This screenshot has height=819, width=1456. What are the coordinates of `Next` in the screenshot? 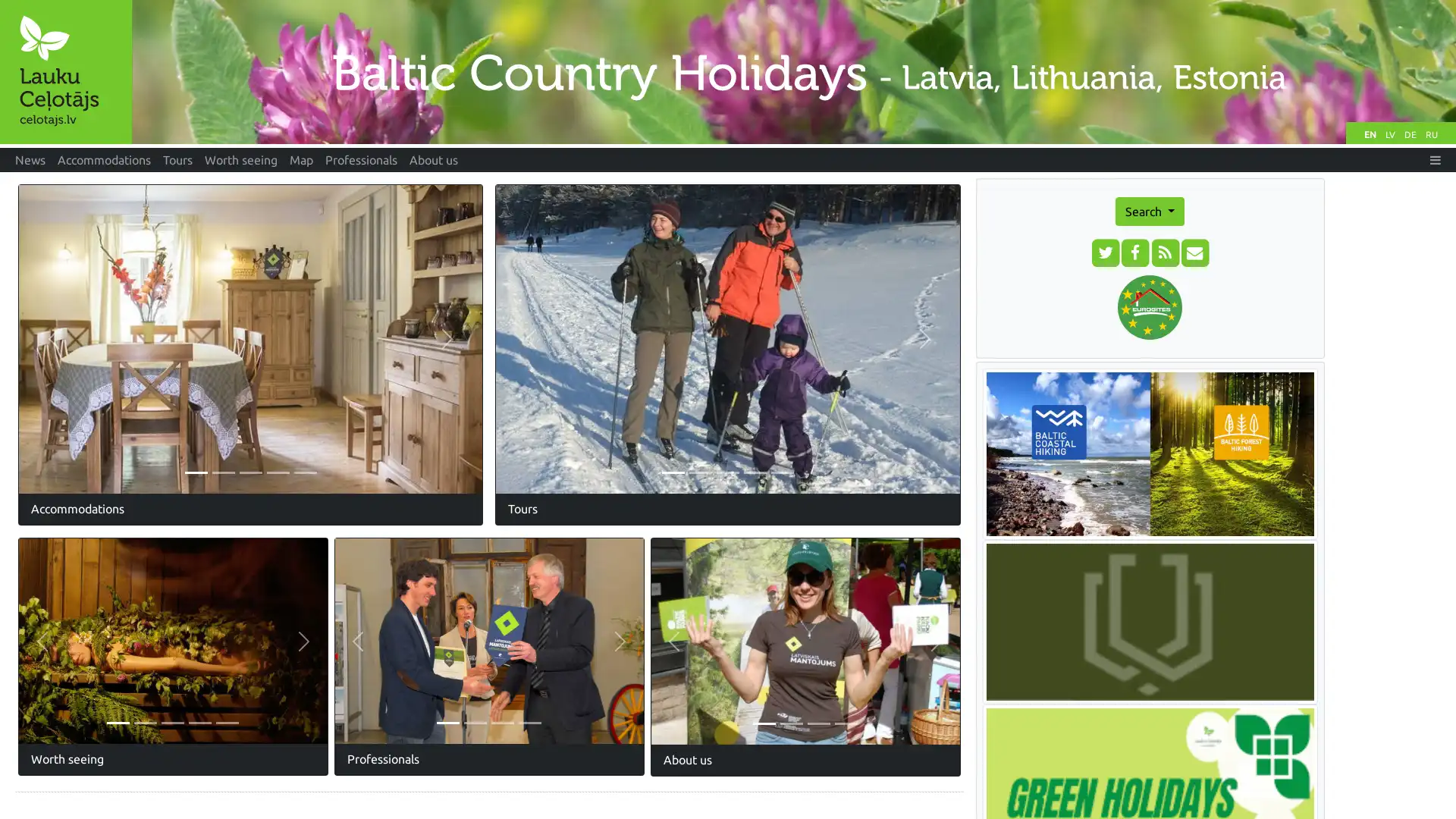 It's located at (303, 641).